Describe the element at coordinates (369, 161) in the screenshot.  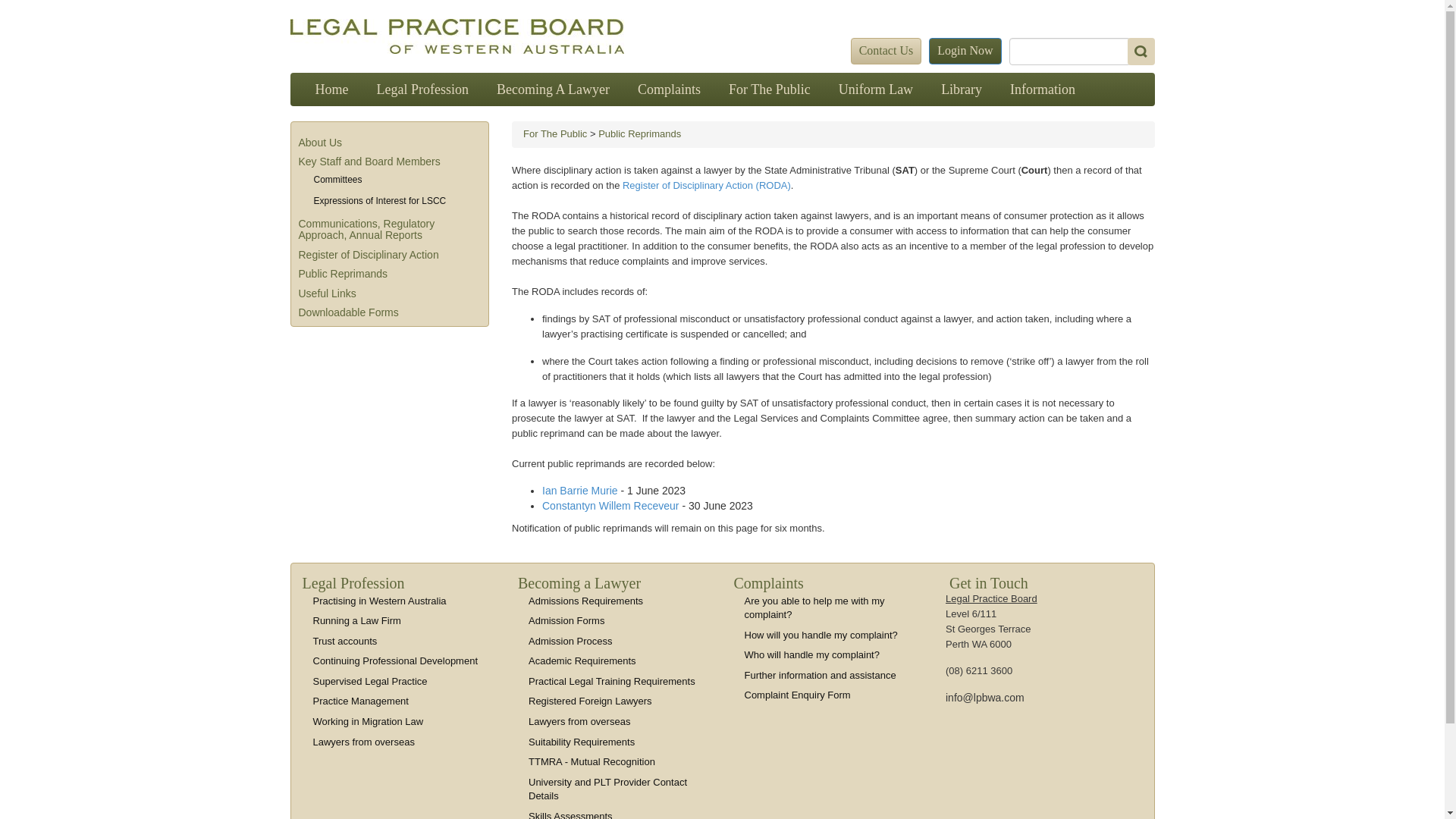
I see `'Key Staff and Board Members'` at that location.